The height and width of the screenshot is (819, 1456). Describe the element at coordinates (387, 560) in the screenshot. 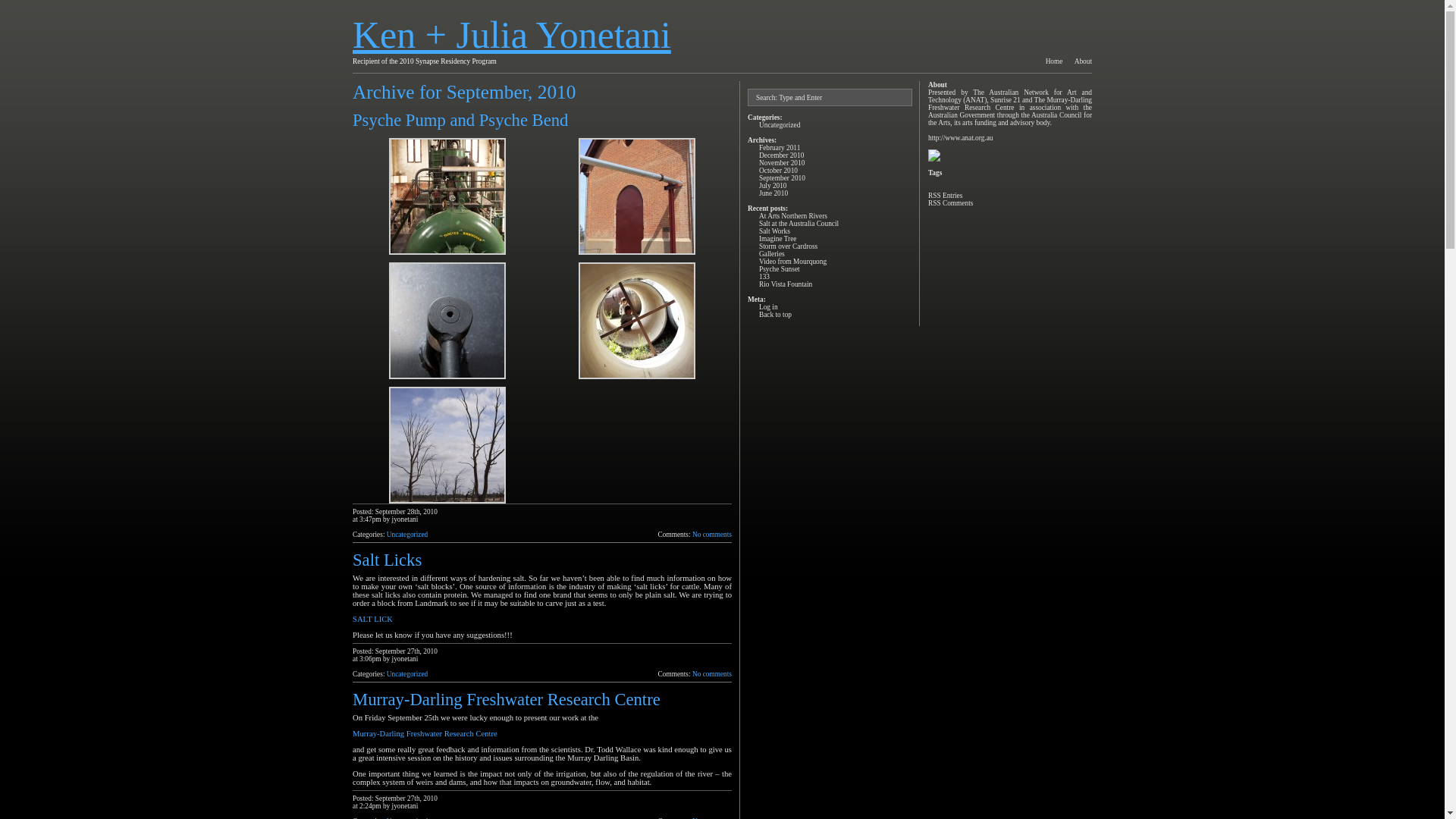

I see `'Salt Licks'` at that location.